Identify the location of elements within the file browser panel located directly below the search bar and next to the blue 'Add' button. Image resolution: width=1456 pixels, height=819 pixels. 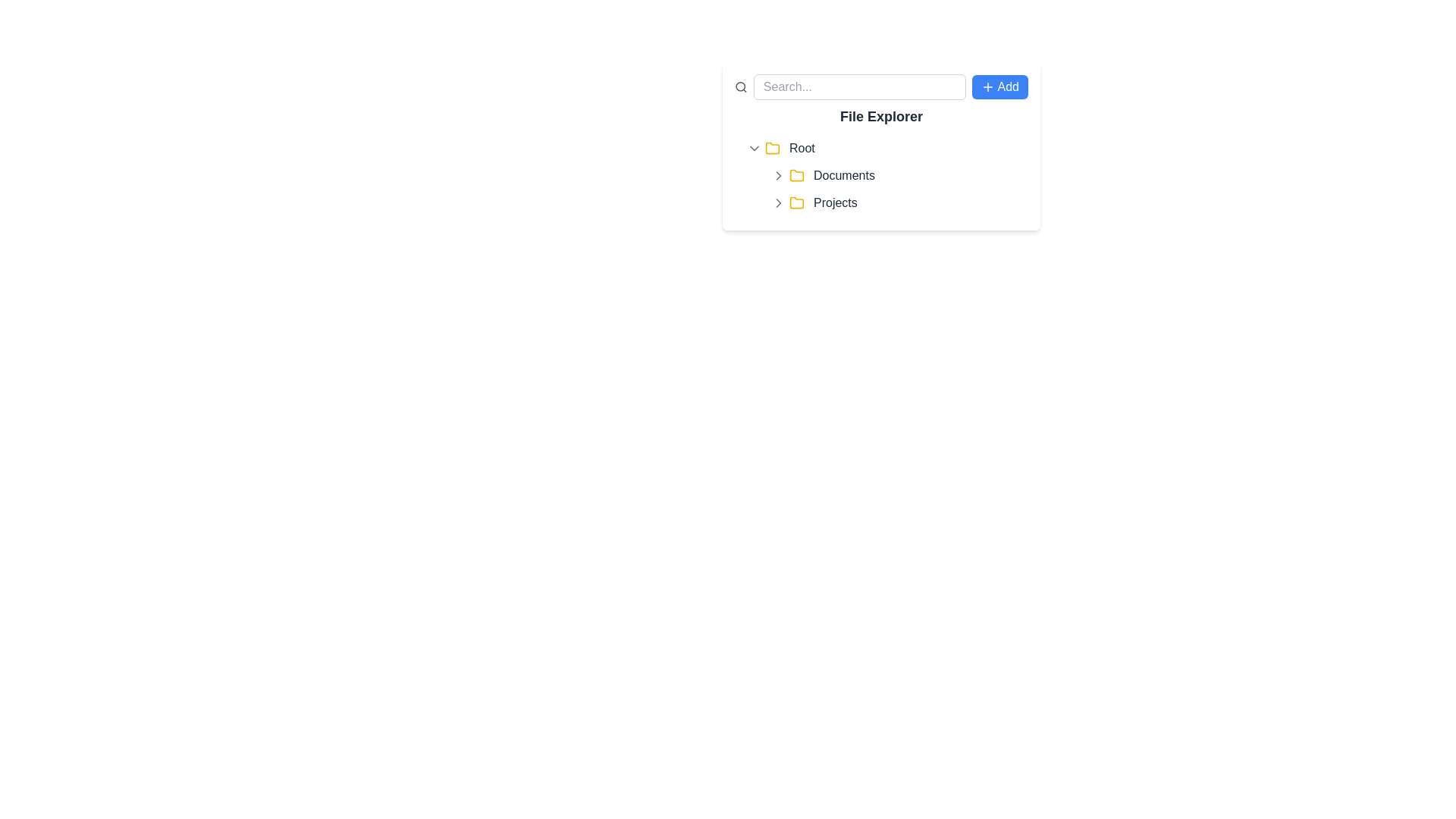
(881, 146).